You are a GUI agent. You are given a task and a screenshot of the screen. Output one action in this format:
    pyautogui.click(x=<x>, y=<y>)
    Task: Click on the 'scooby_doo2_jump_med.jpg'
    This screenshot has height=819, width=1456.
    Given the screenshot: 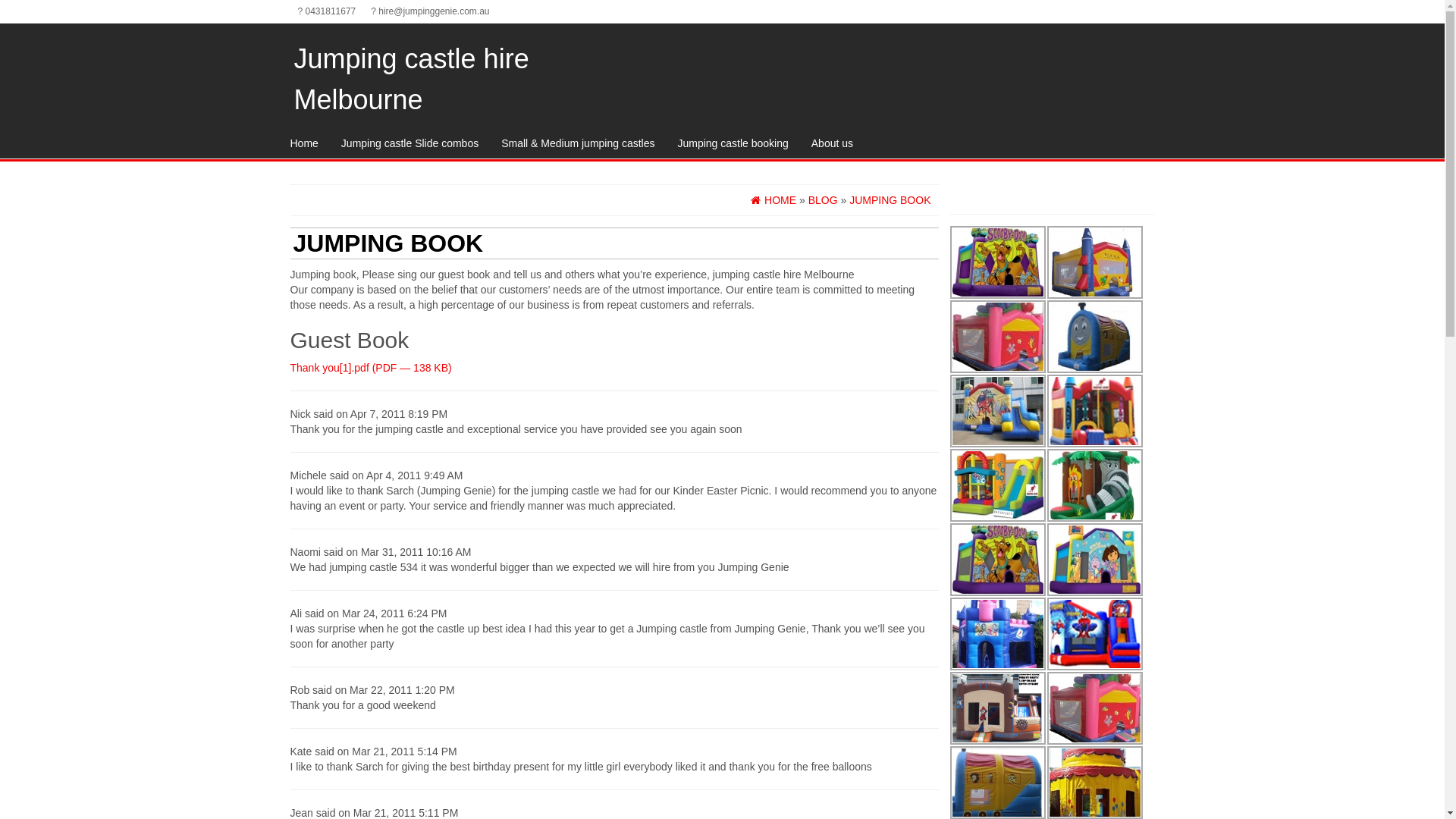 What is the action you would take?
    pyautogui.click(x=997, y=262)
    